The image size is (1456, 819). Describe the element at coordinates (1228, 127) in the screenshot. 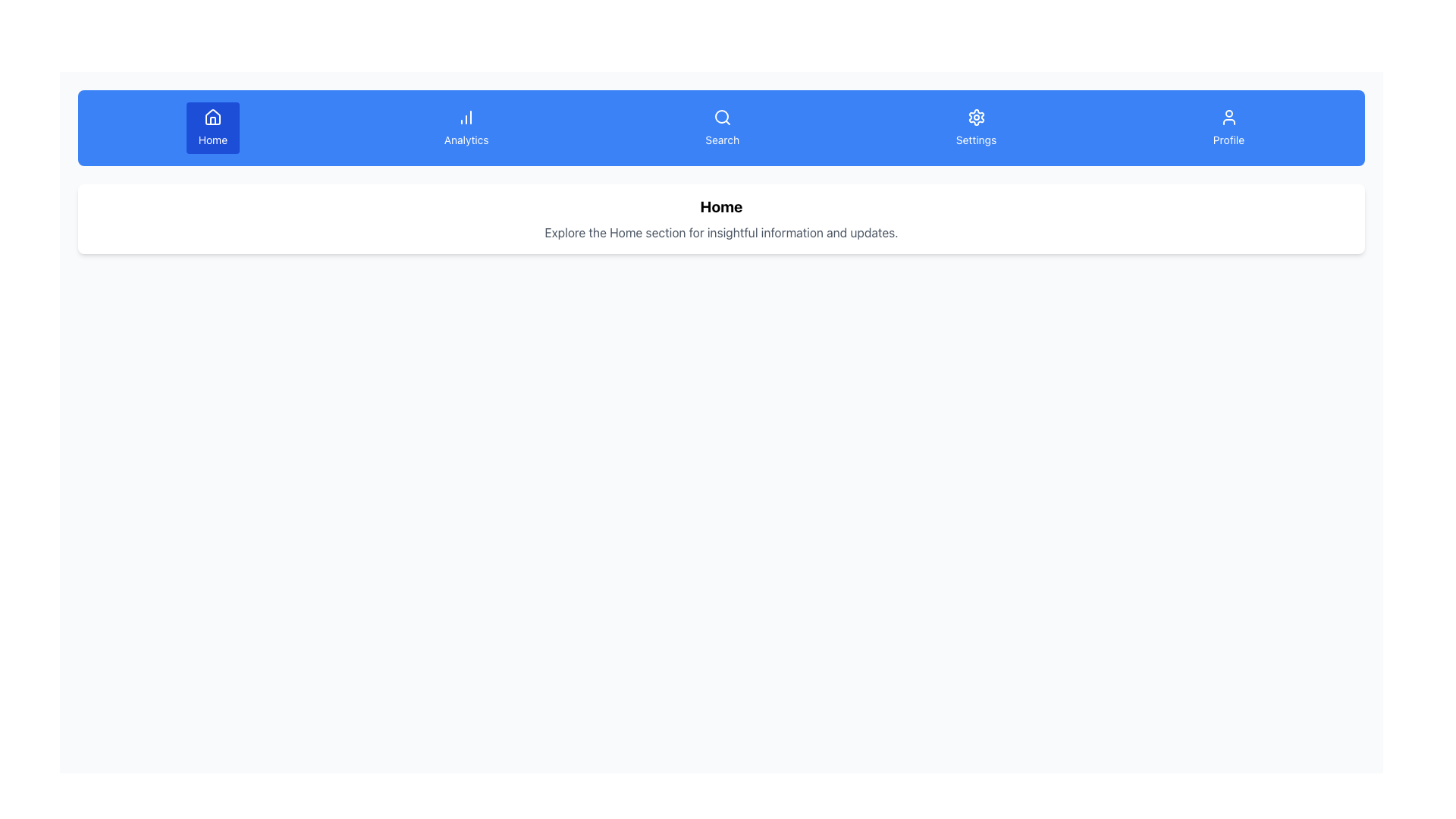

I see `the navigation button located at the far right of the horizontal row of options` at that location.